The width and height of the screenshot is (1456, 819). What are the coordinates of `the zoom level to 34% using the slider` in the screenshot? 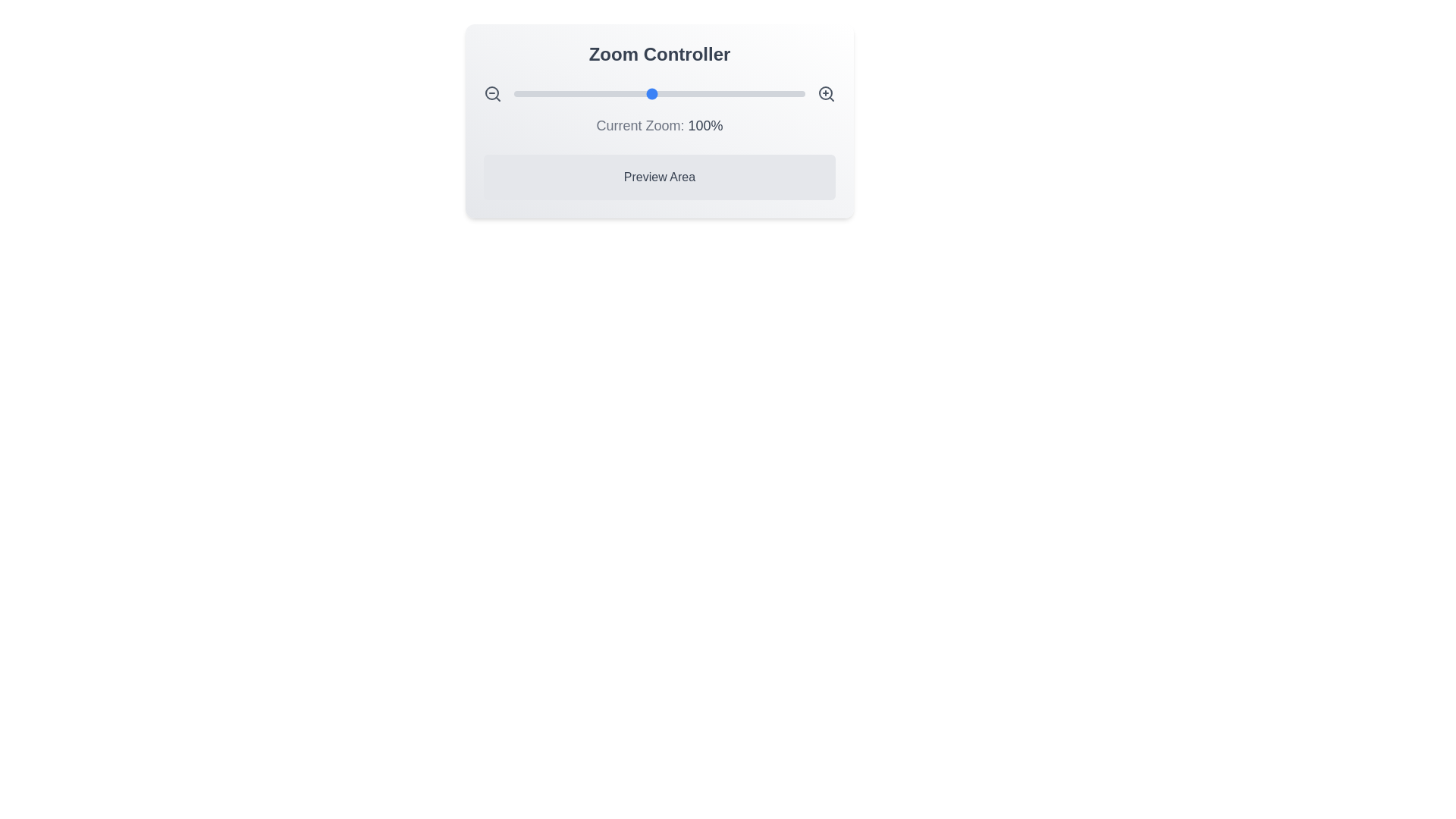 It's located at (550, 93).